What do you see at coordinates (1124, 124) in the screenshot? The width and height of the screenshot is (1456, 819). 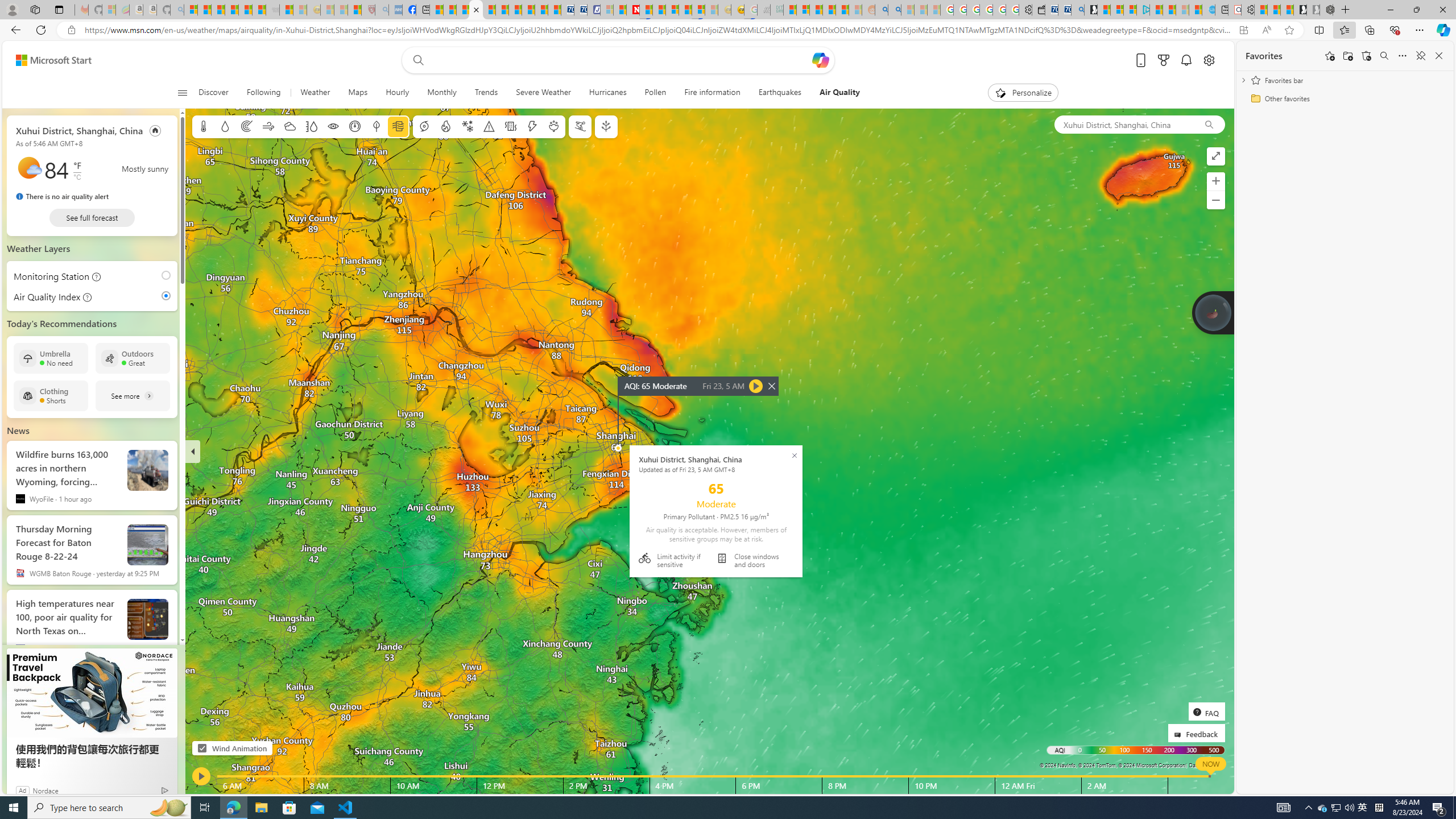 I see `'Xuhui District, Shanghai, China'` at bounding box center [1124, 124].